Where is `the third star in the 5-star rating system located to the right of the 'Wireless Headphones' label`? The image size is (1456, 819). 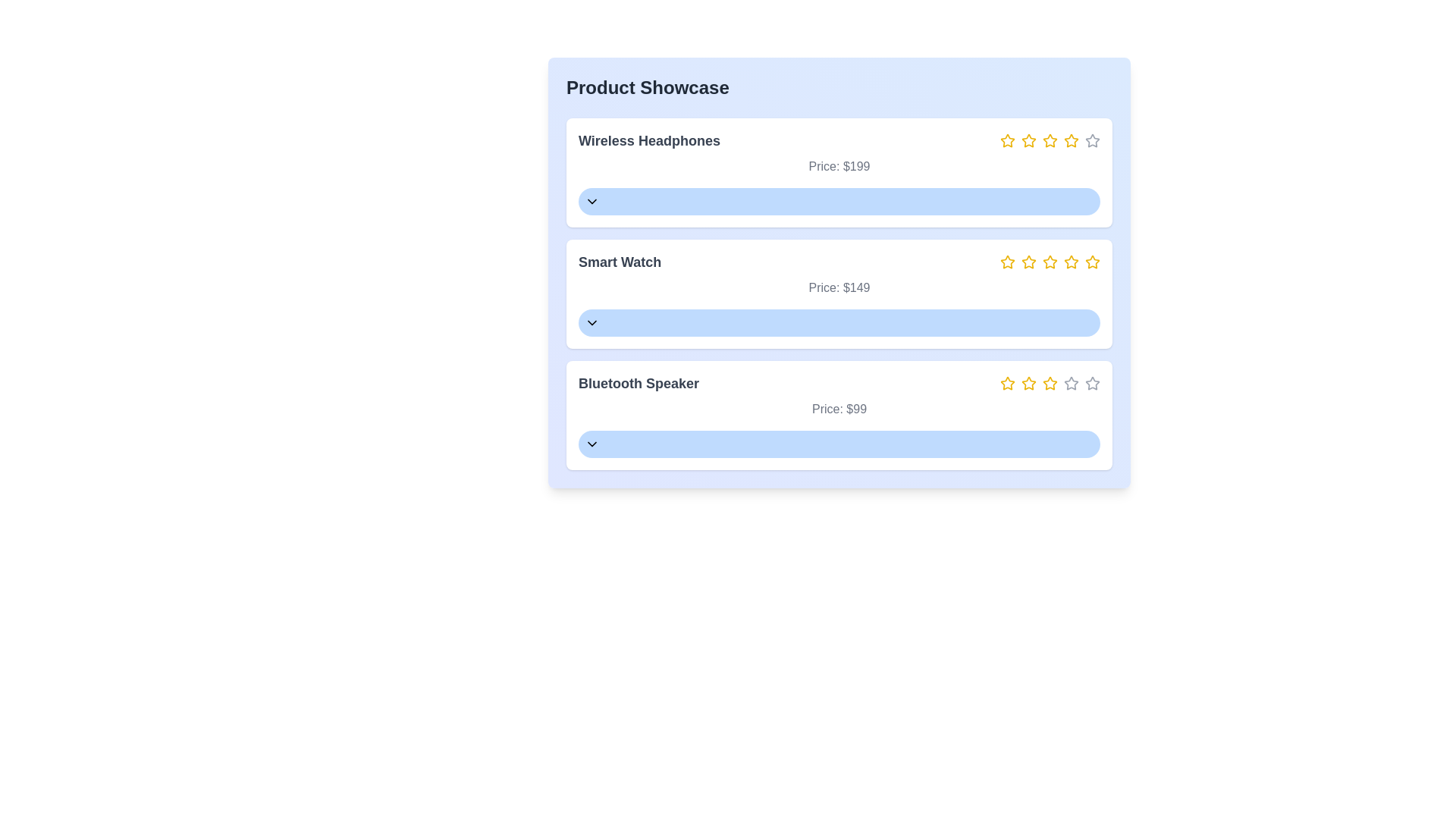
the third star in the 5-star rating system located to the right of the 'Wireless Headphones' label is located at coordinates (1029, 140).